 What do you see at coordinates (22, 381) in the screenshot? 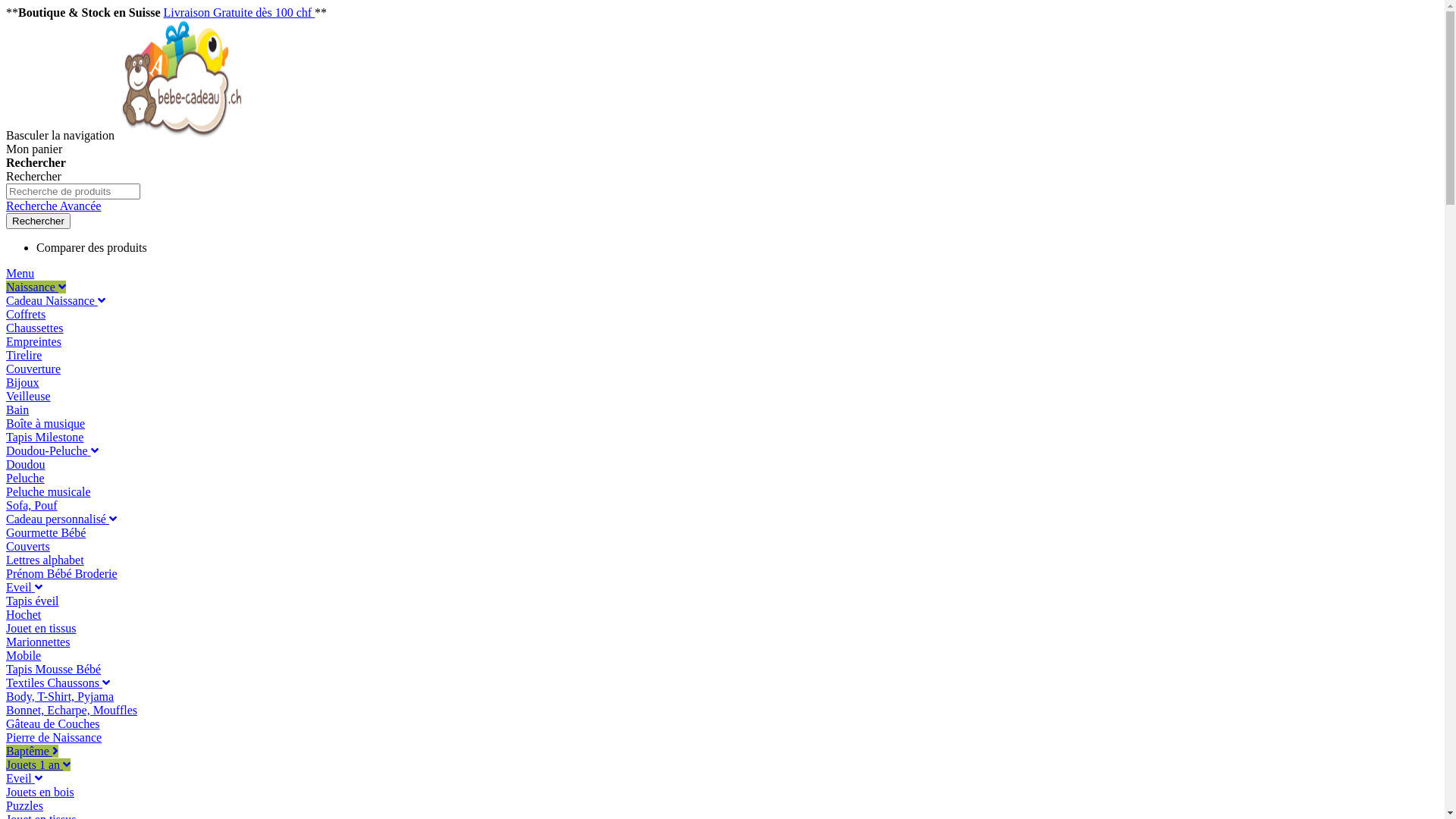
I see `'Bijoux'` at bounding box center [22, 381].